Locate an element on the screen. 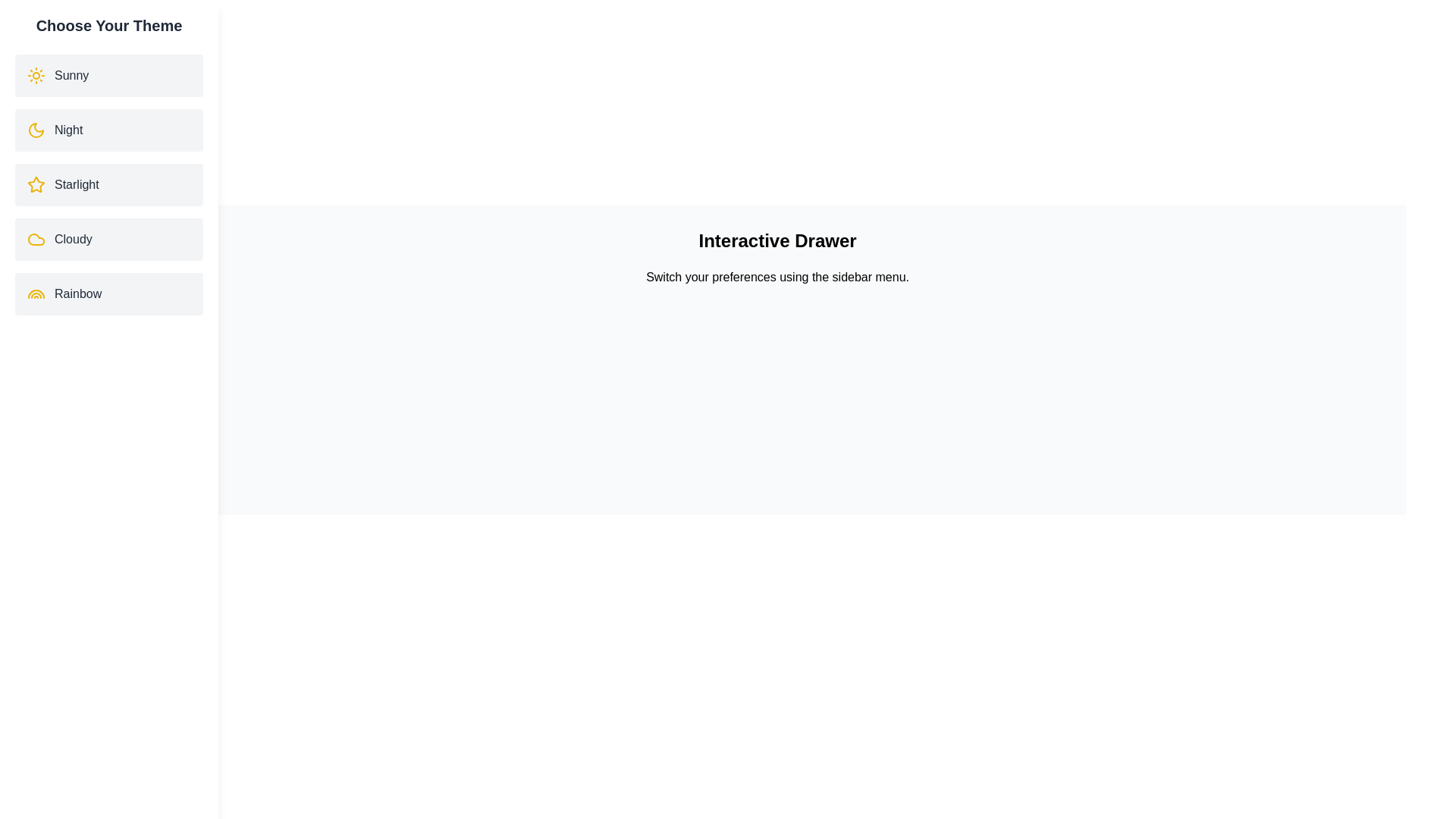 The height and width of the screenshot is (819, 1456). the theme Rainbow by clicking on its corresponding list item is located at coordinates (108, 294).